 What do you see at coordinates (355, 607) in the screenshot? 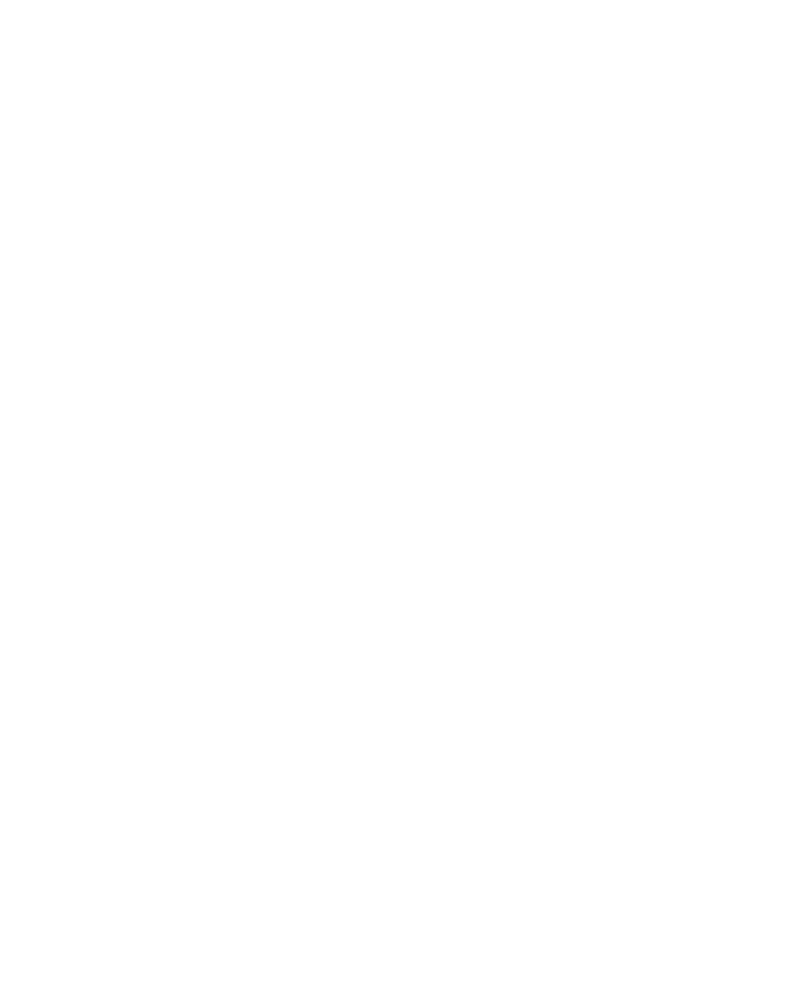
I see `'Focal Naim America has introduced its newly redesigned “Trio6 ST6” 3-way studio monitors.'` at bounding box center [355, 607].